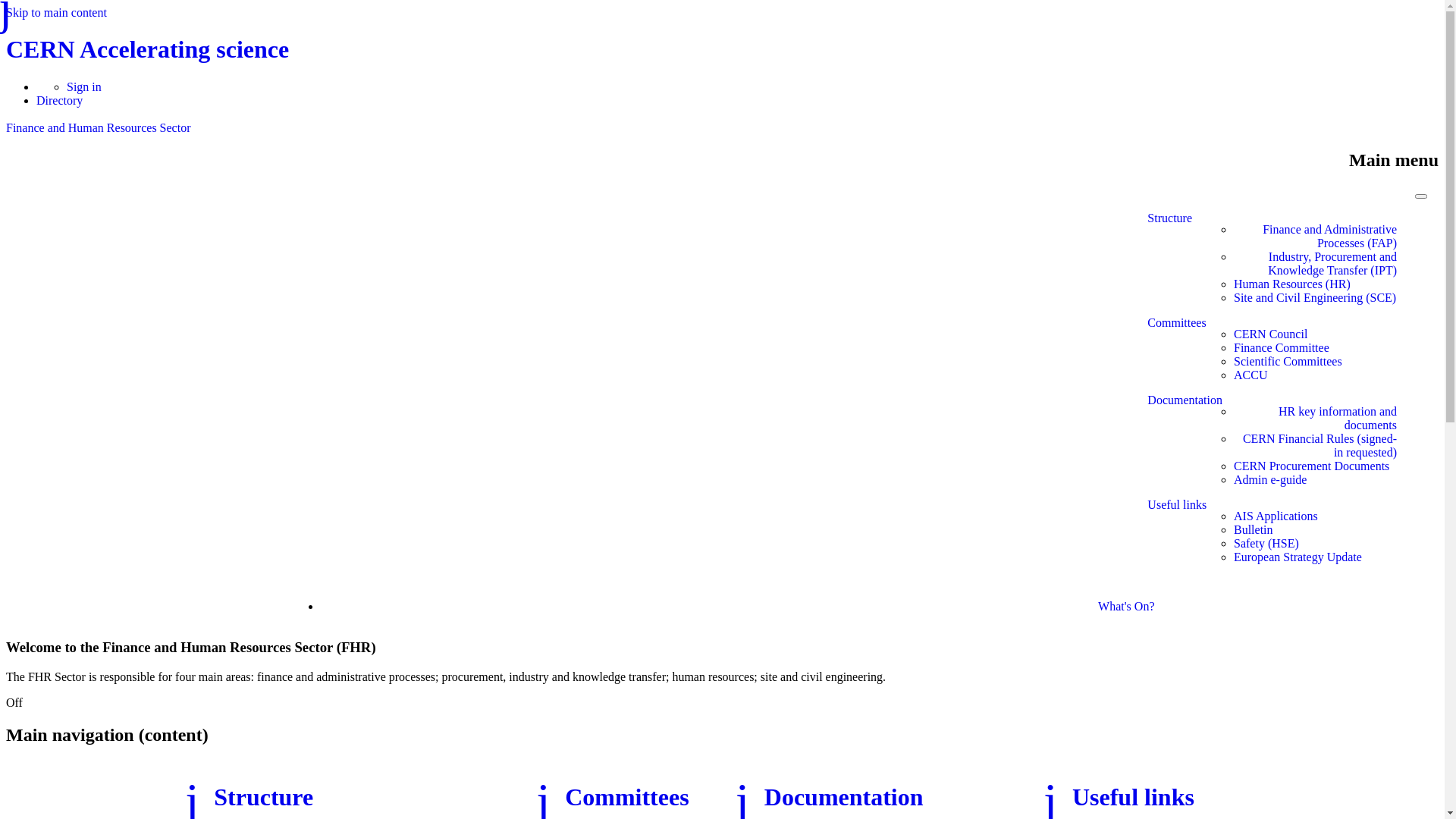 Image resolution: width=1456 pixels, height=819 pixels. I want to click on 'Useful links', so click(1147, 536).